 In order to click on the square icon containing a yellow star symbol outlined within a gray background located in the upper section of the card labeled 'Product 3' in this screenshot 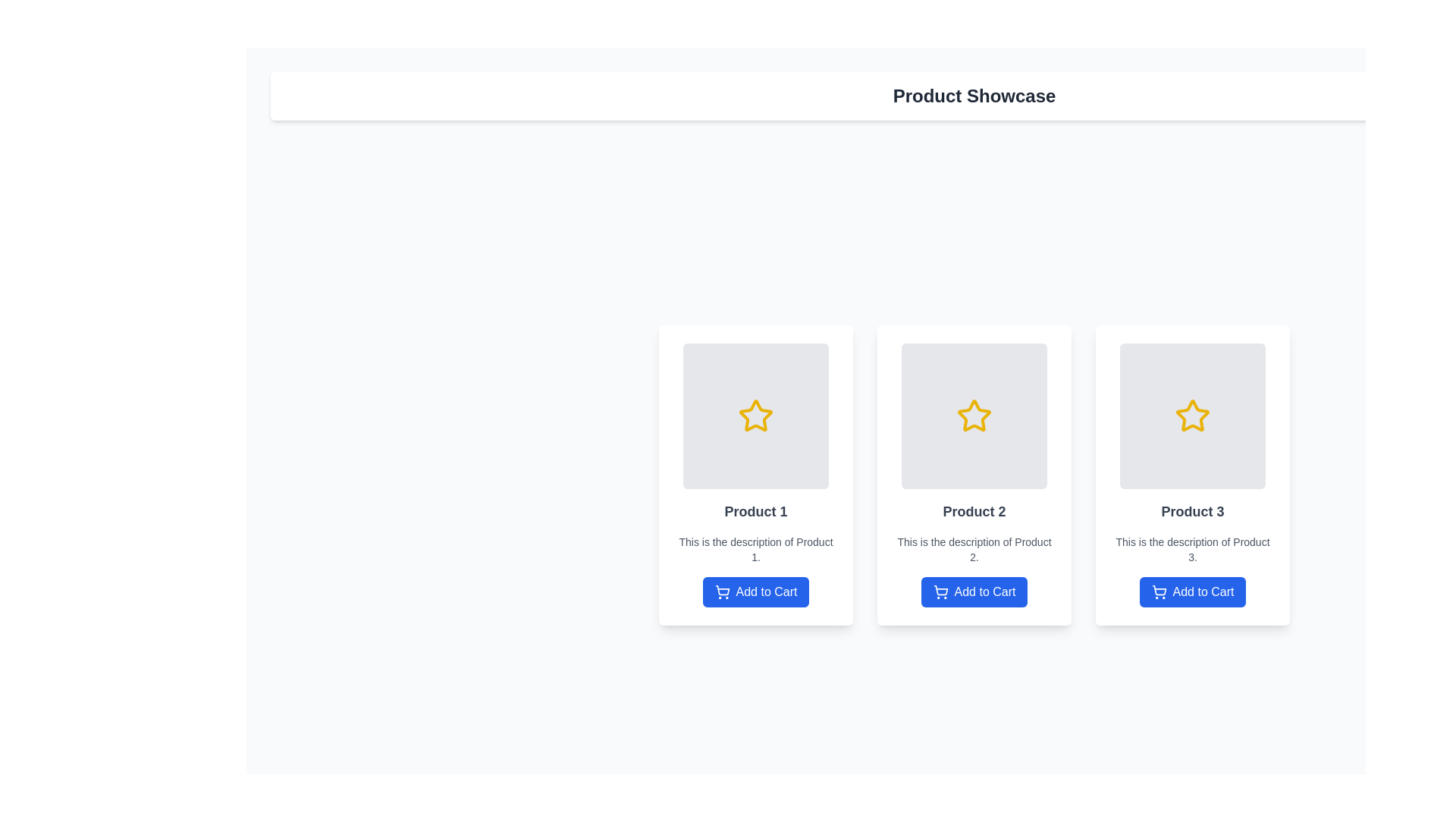, I will do `click(1192, 416)`.